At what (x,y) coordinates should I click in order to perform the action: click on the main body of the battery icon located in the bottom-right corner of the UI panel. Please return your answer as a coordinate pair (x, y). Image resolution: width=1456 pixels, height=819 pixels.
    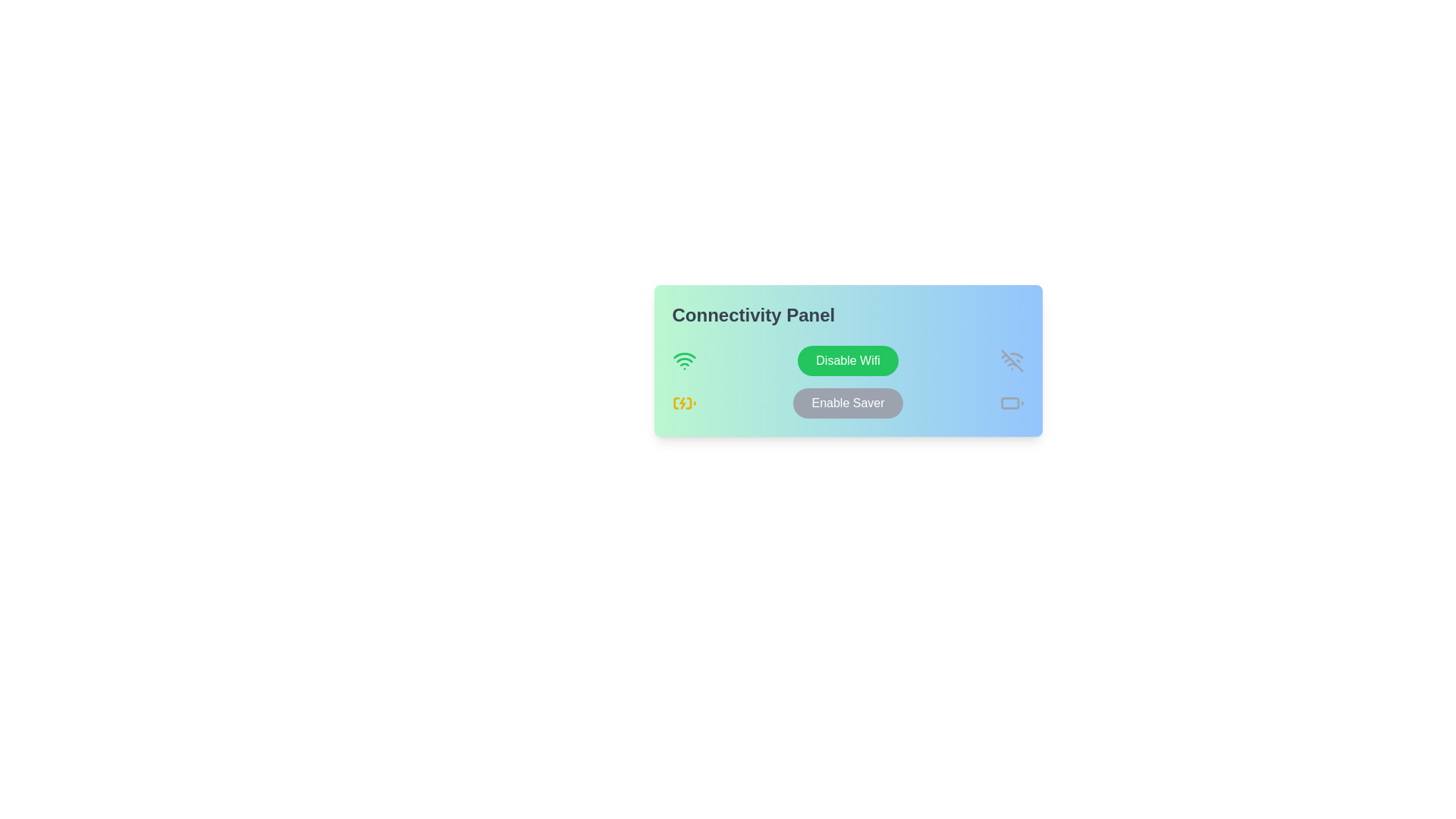
    Looking at the image, I should click on (1009, 403).